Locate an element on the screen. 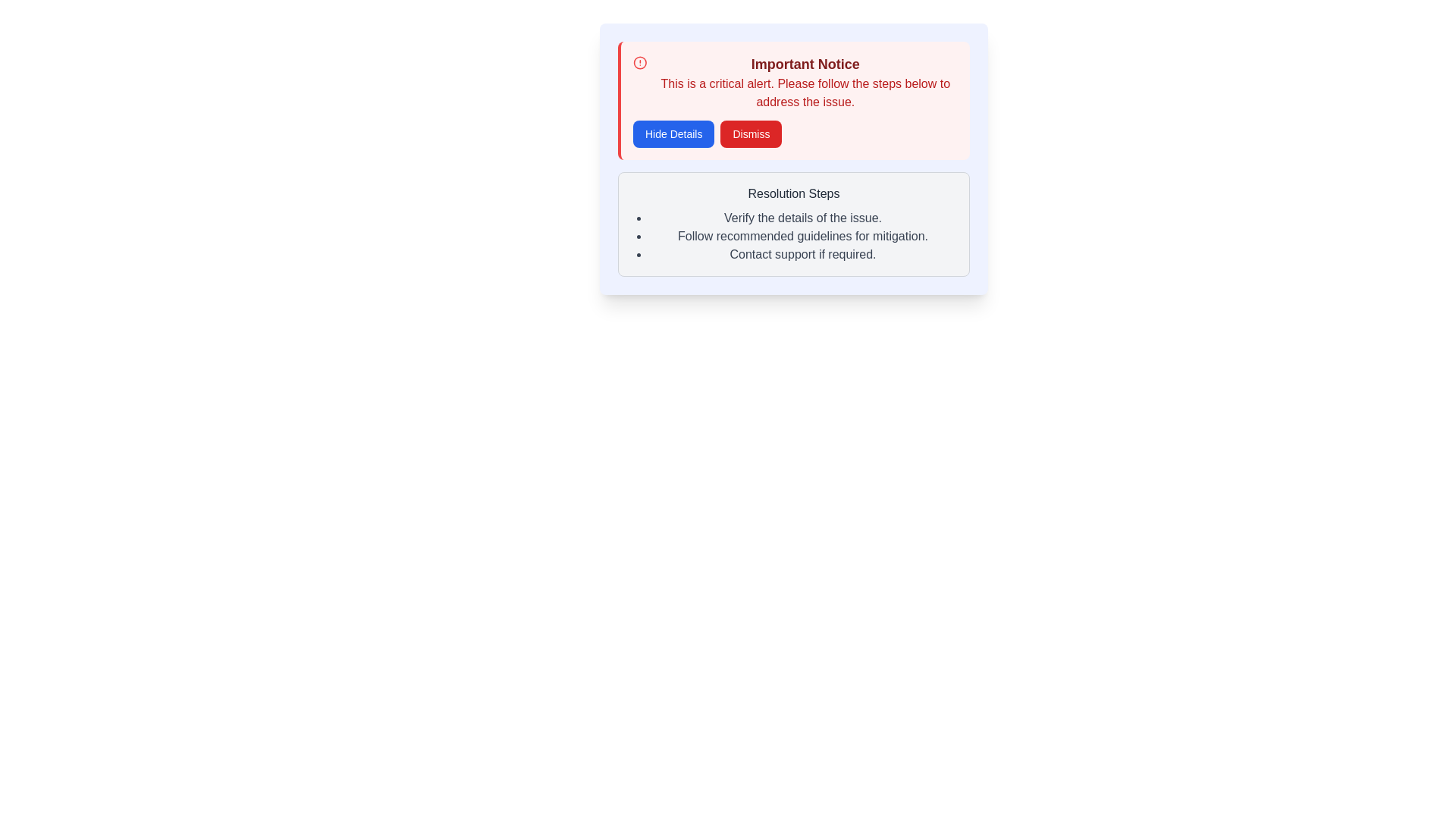  the title text of the notification, which is located at the top-center of the window and indicates the importance of the alert is located at coordinates (805, 63).